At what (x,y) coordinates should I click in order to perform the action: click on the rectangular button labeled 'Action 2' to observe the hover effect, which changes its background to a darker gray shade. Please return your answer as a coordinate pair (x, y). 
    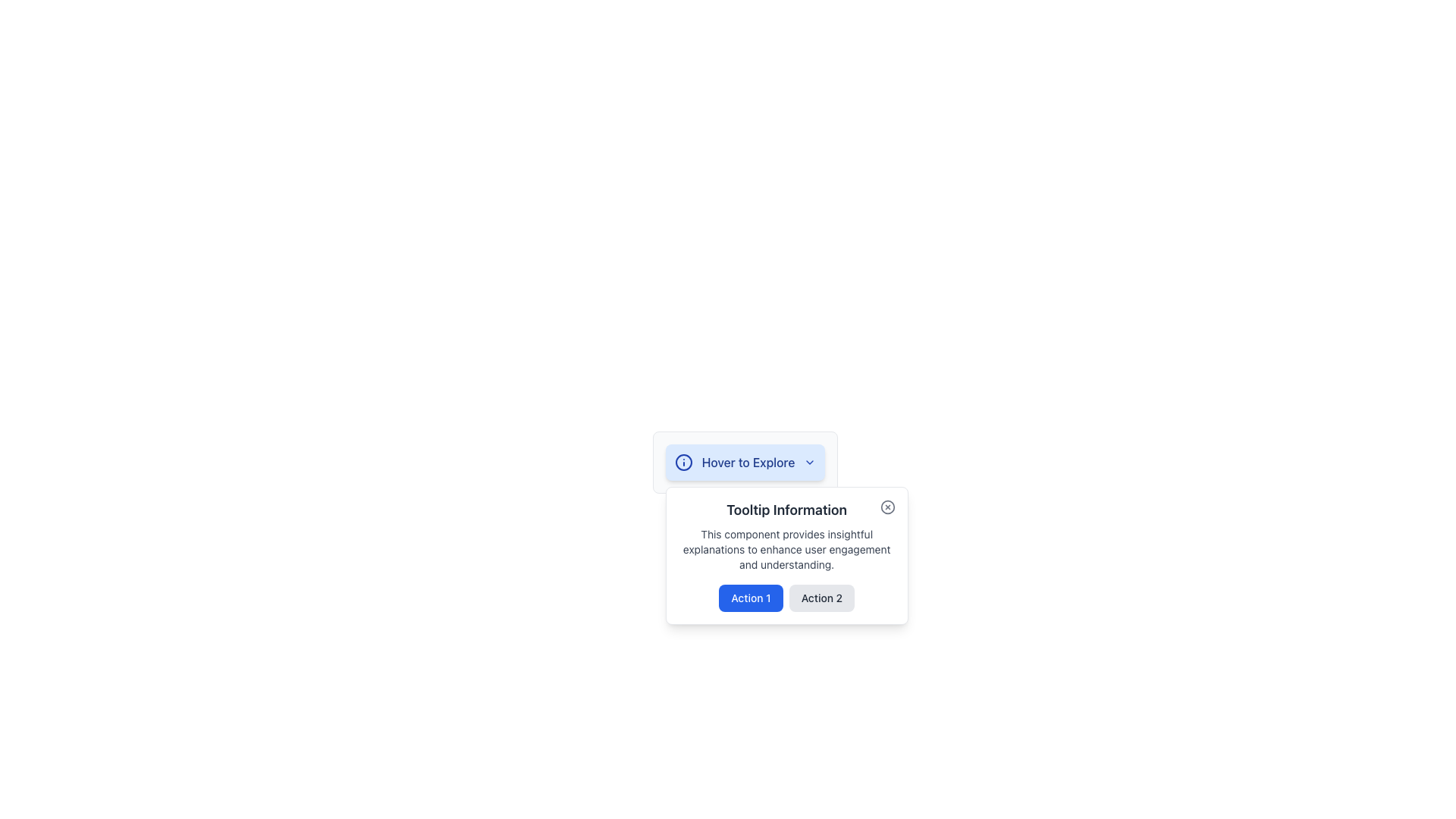
    Looking at the image, I should click on (821, 598).